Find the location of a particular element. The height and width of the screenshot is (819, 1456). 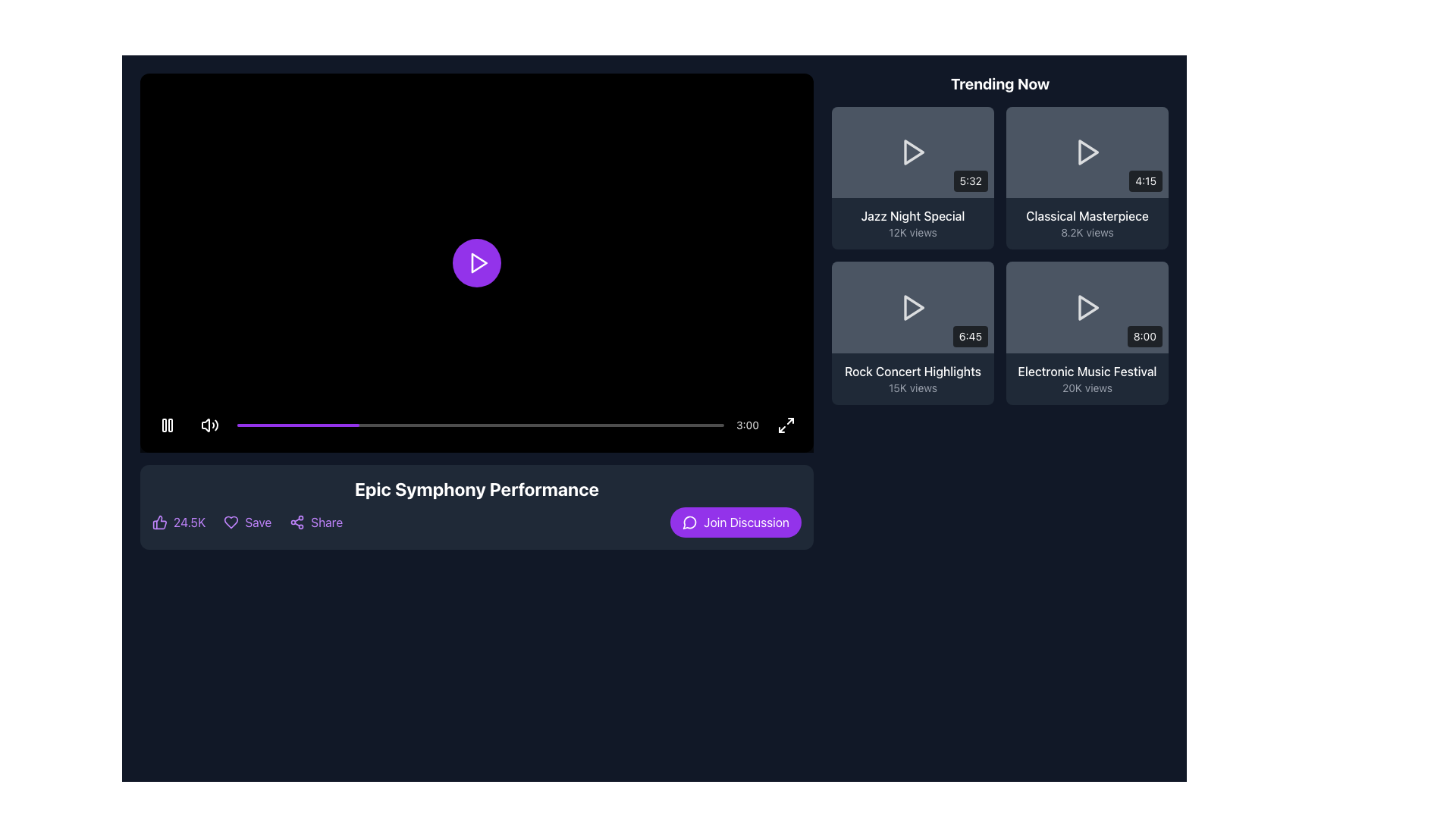

the text label that indicates the function of the 'Join Discussion' button, located near the bottom-right of the video player section is located at coordinates (746, 521).